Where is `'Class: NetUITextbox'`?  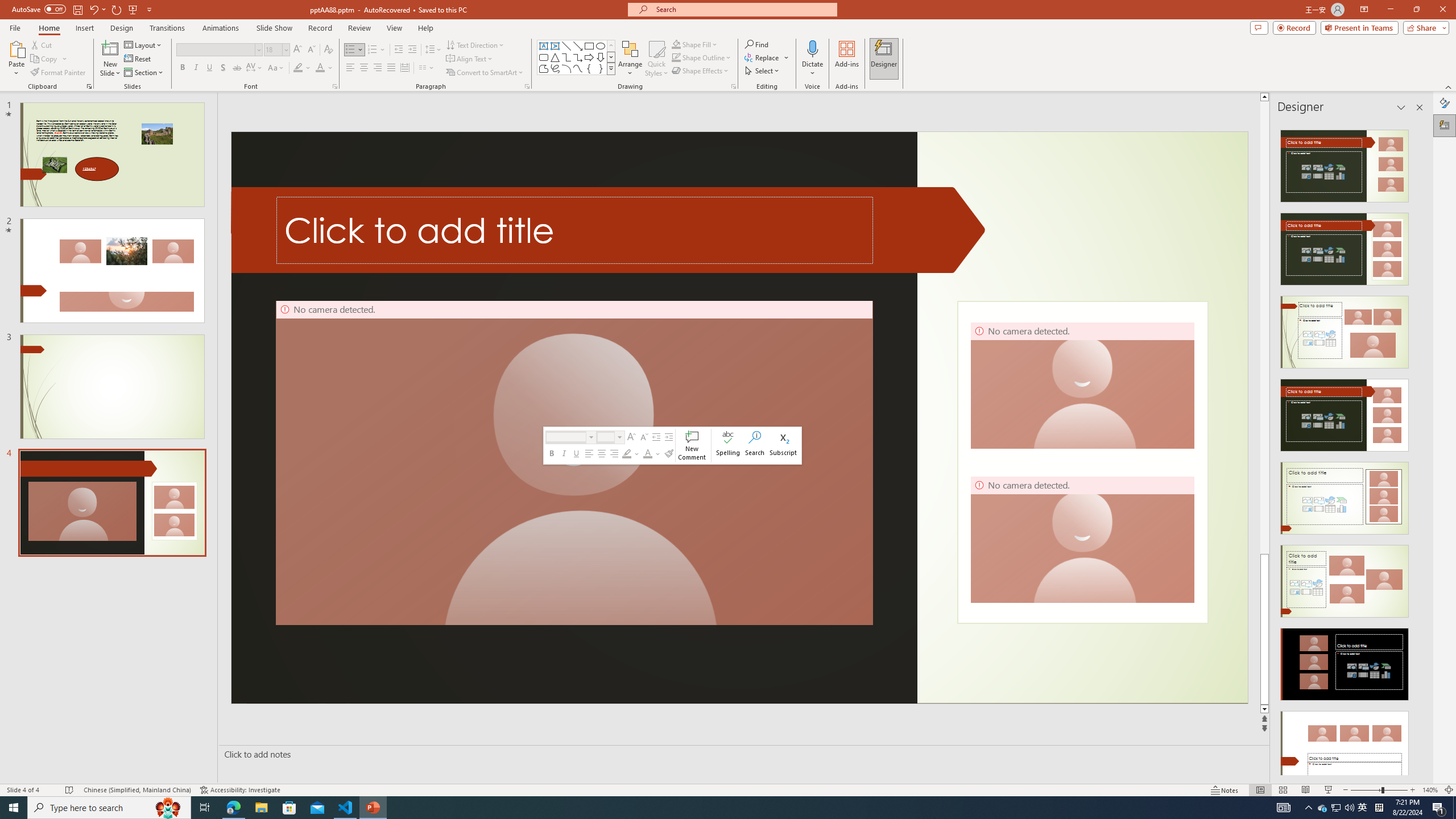
'Class: NetUITextbox' is located at coordinates (605, 436).